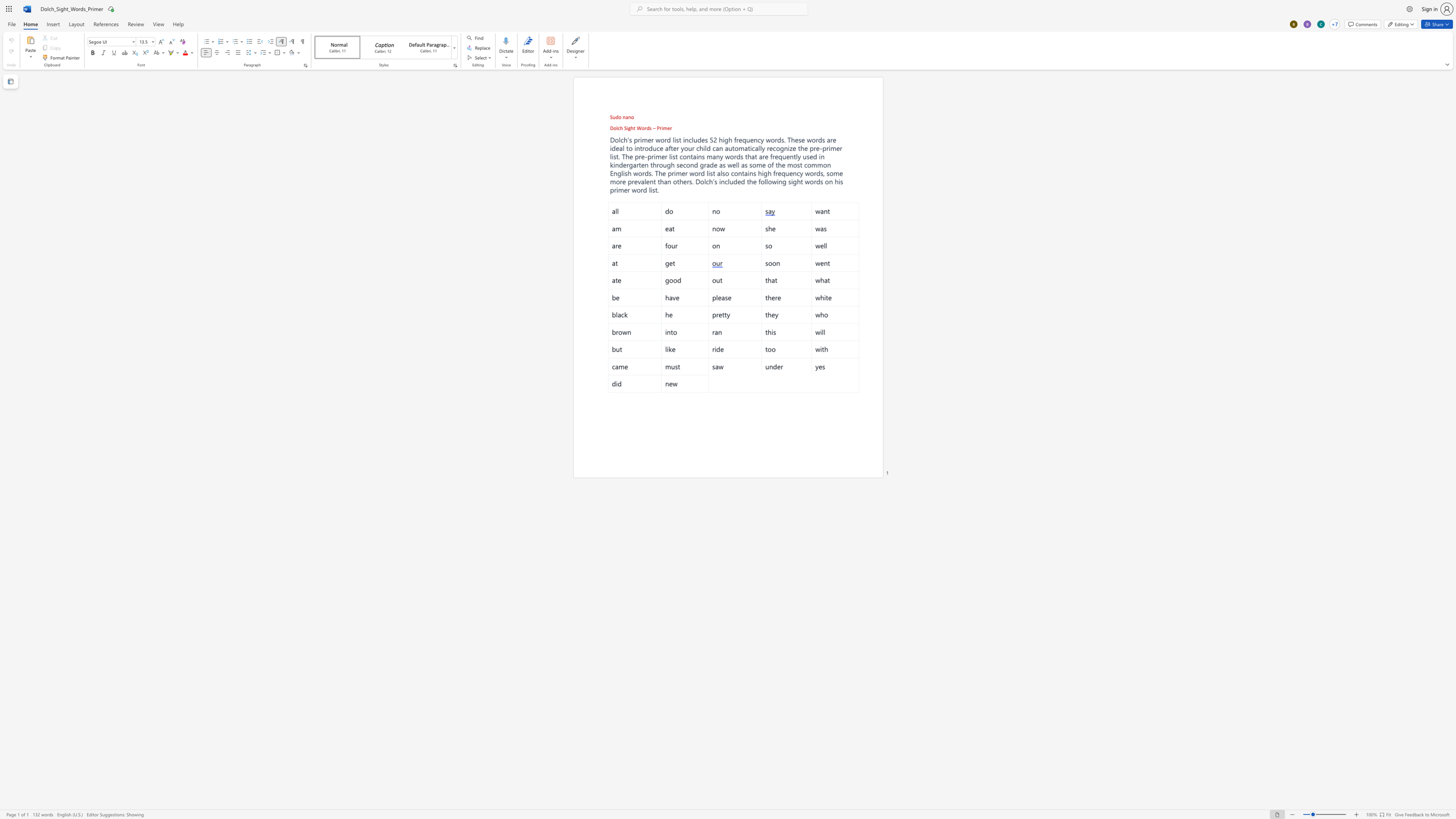  What do you see at coordinates (697, 181) in the screenshot?
I see `the 1th character "D" in the text` at bounding box center [697, 181].